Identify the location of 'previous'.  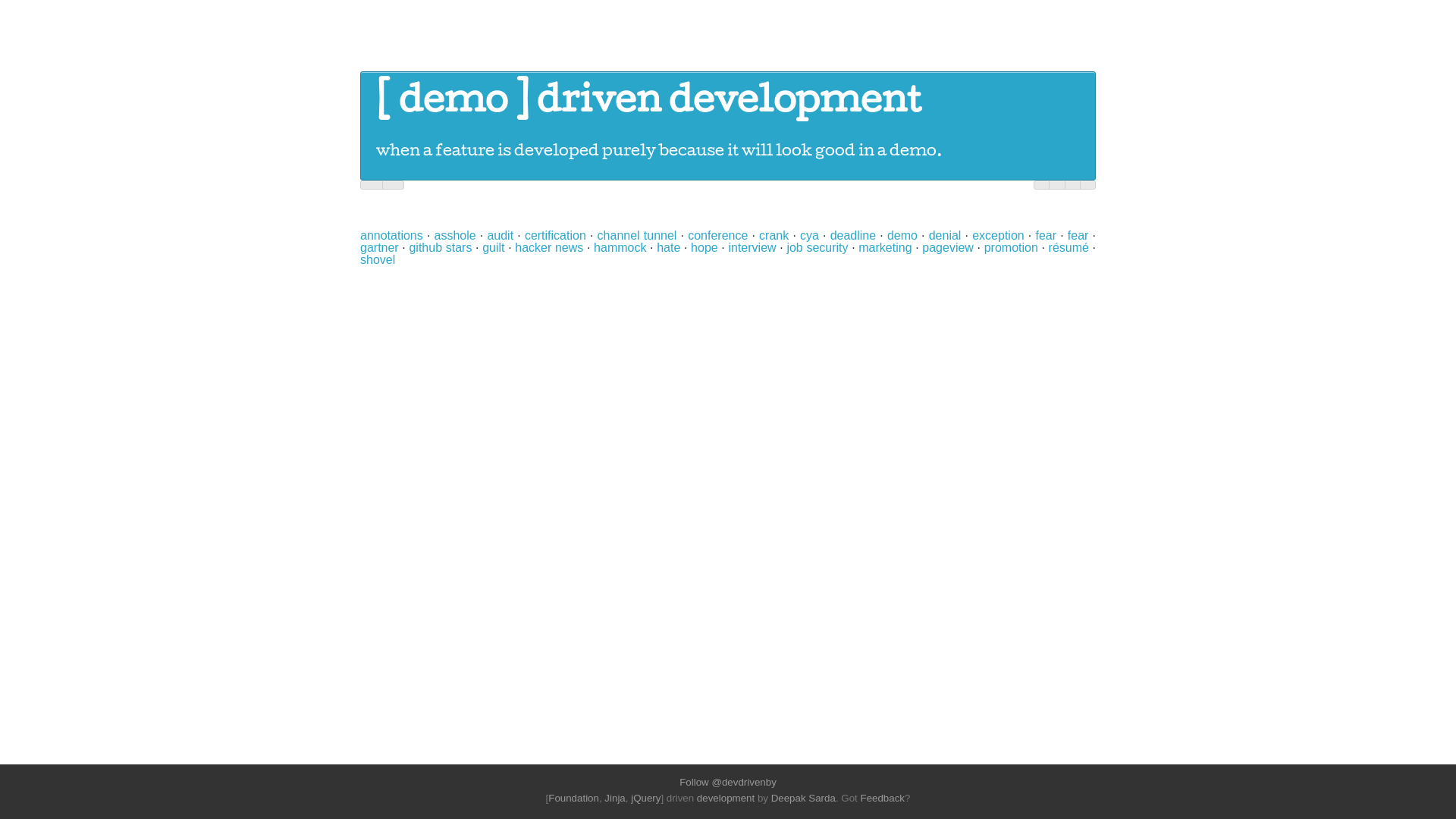
(371, 184).